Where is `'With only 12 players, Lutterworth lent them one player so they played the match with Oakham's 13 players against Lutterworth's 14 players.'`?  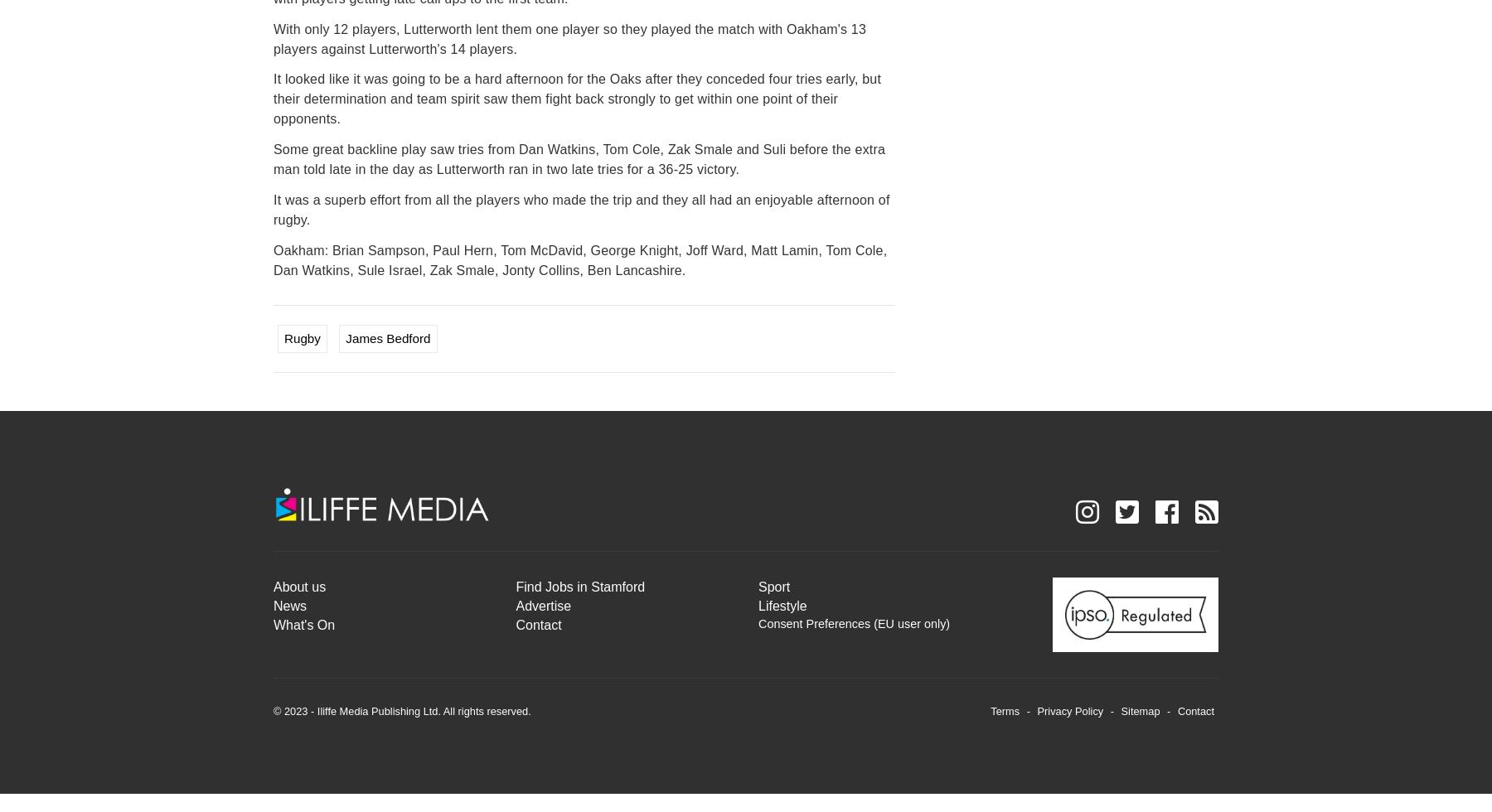 'With only 12 players, Lutterworth lent them one player so they played the match with Oakham's 13 players against Lutterworth's 14 players.' is located at coordinates (569, 38).